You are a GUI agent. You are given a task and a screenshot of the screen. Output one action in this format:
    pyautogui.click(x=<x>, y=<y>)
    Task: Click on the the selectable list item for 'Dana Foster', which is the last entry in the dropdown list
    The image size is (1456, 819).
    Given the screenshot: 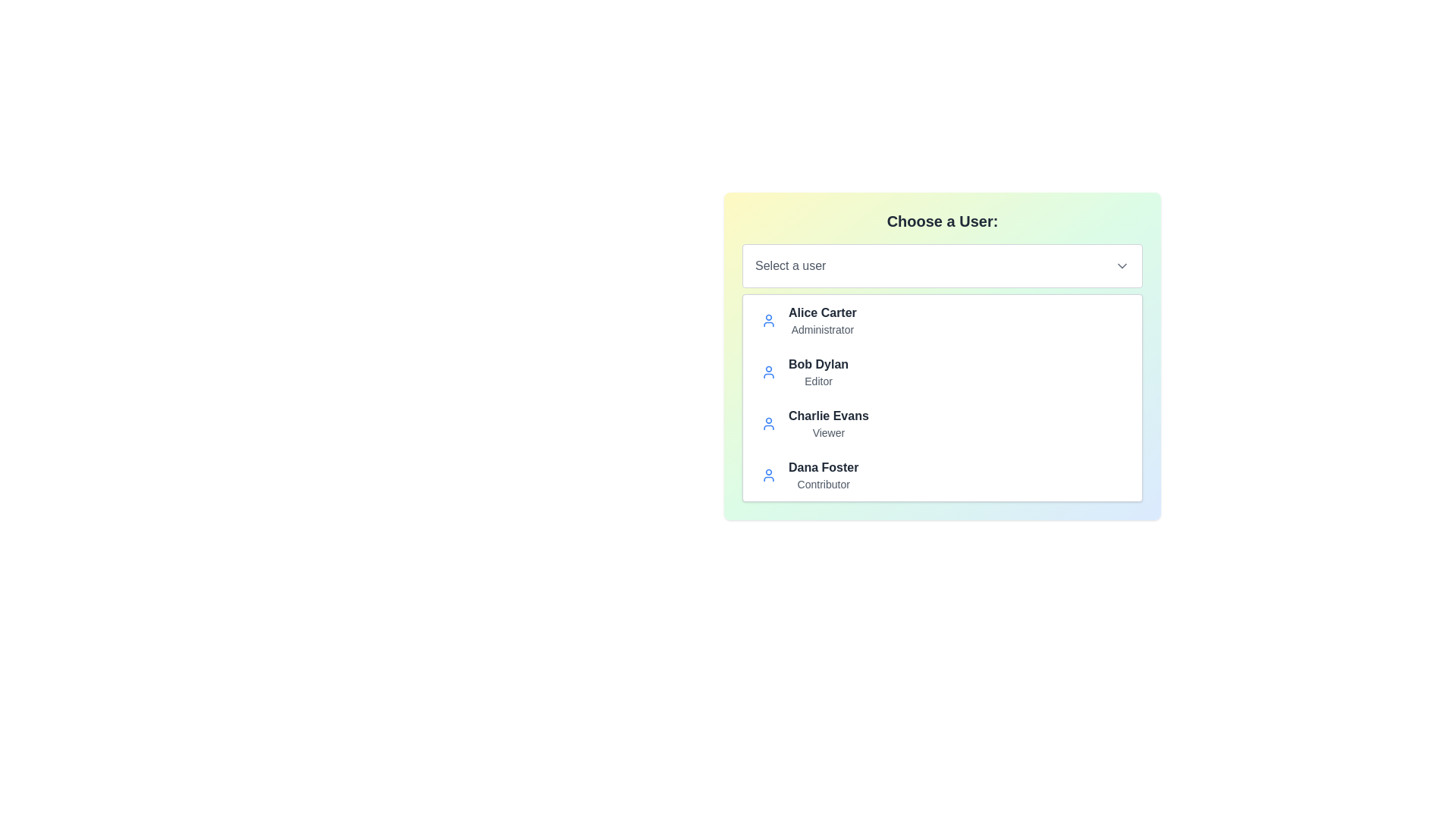 What is the action you would take?
    pyautogui.click(x=942, y=475)
    